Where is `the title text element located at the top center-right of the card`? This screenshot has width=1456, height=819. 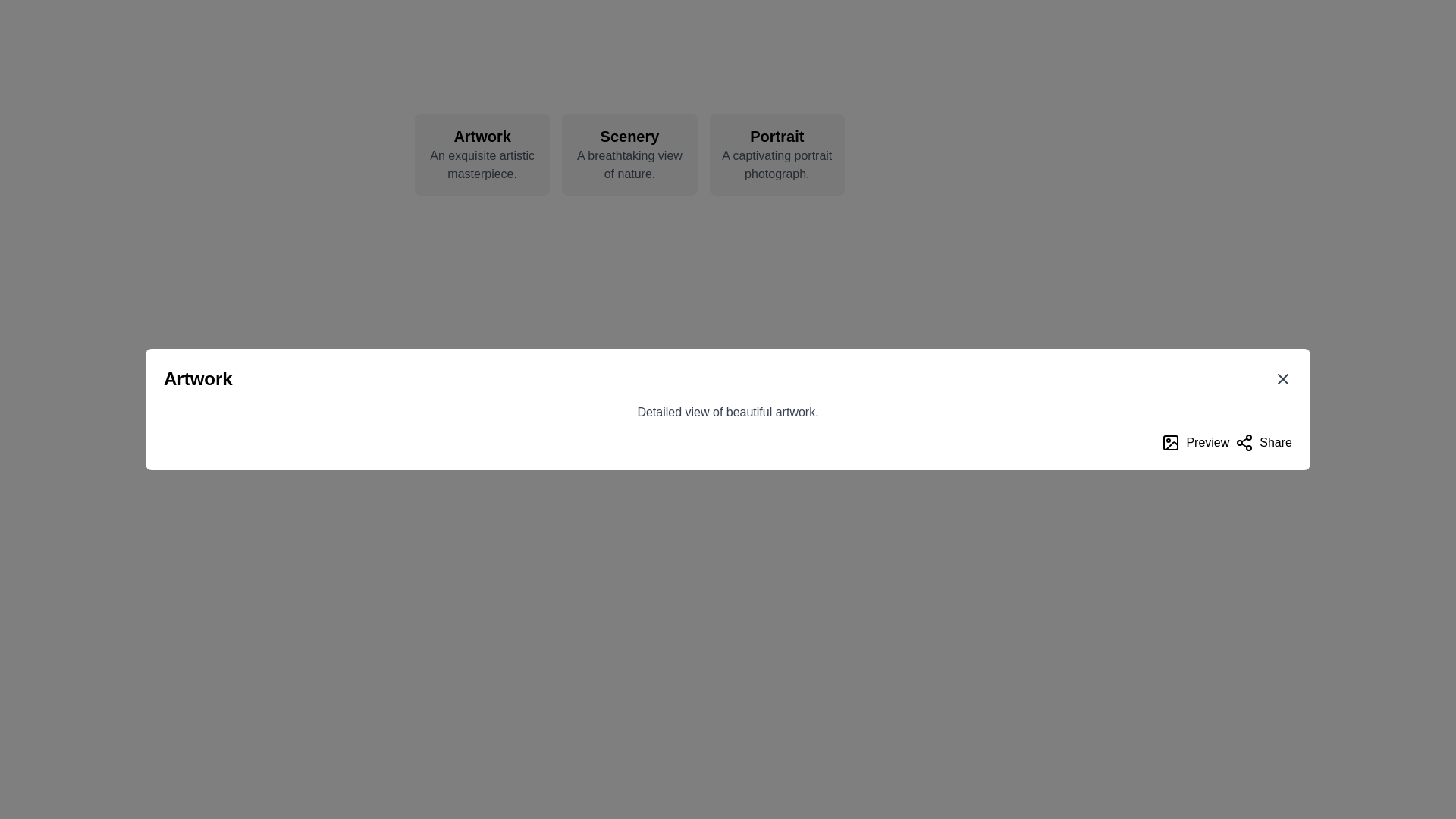
the title text element located at the top center-right of the card is located at coordinates (777, 136).